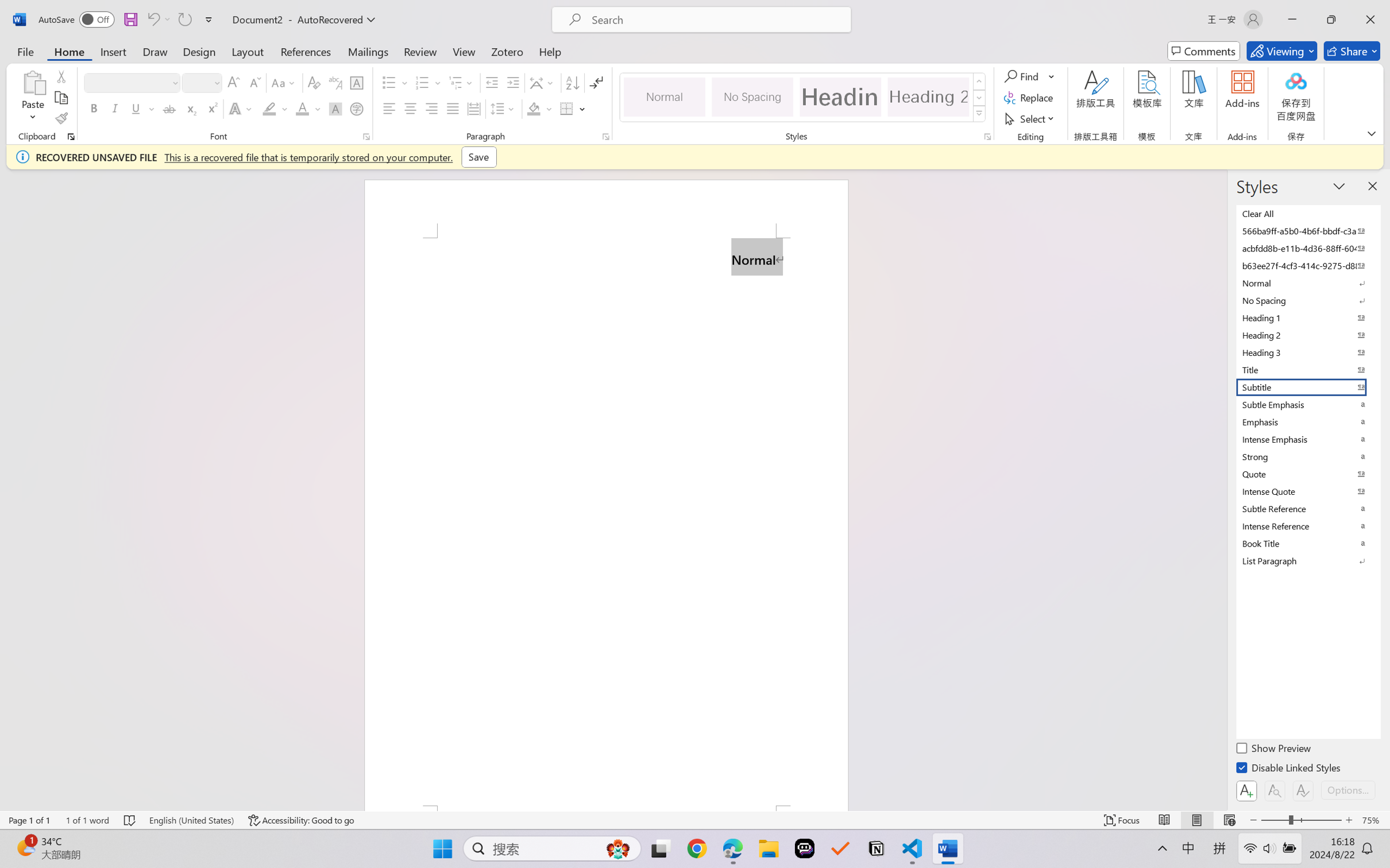 The height and width of the screenshot is (868, 1390). Describe the element at coordinates (60, 98) in the screenshot. I see `'Copy'` at that location.